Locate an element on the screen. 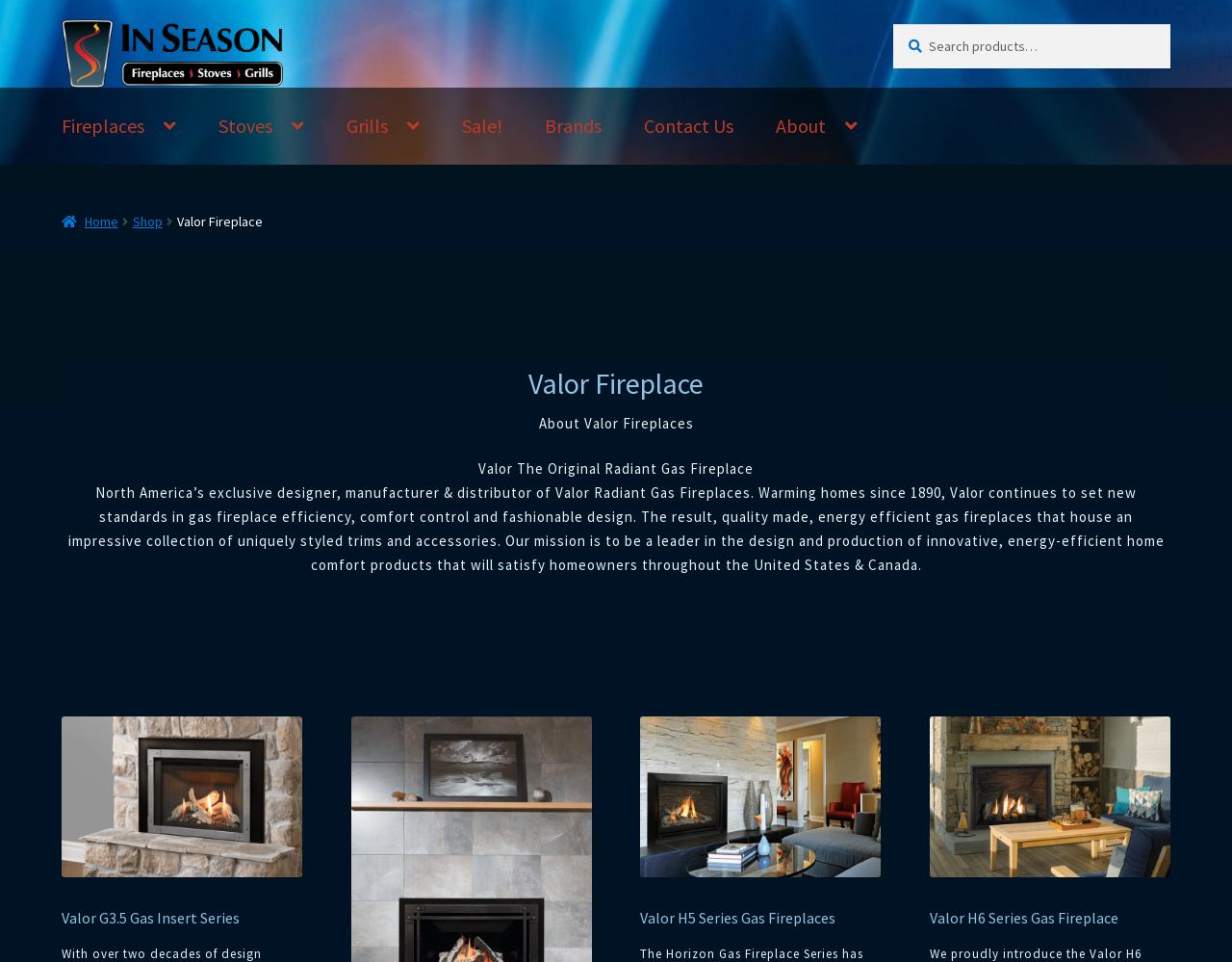  'Grills' is located at coordinates (346, 125).